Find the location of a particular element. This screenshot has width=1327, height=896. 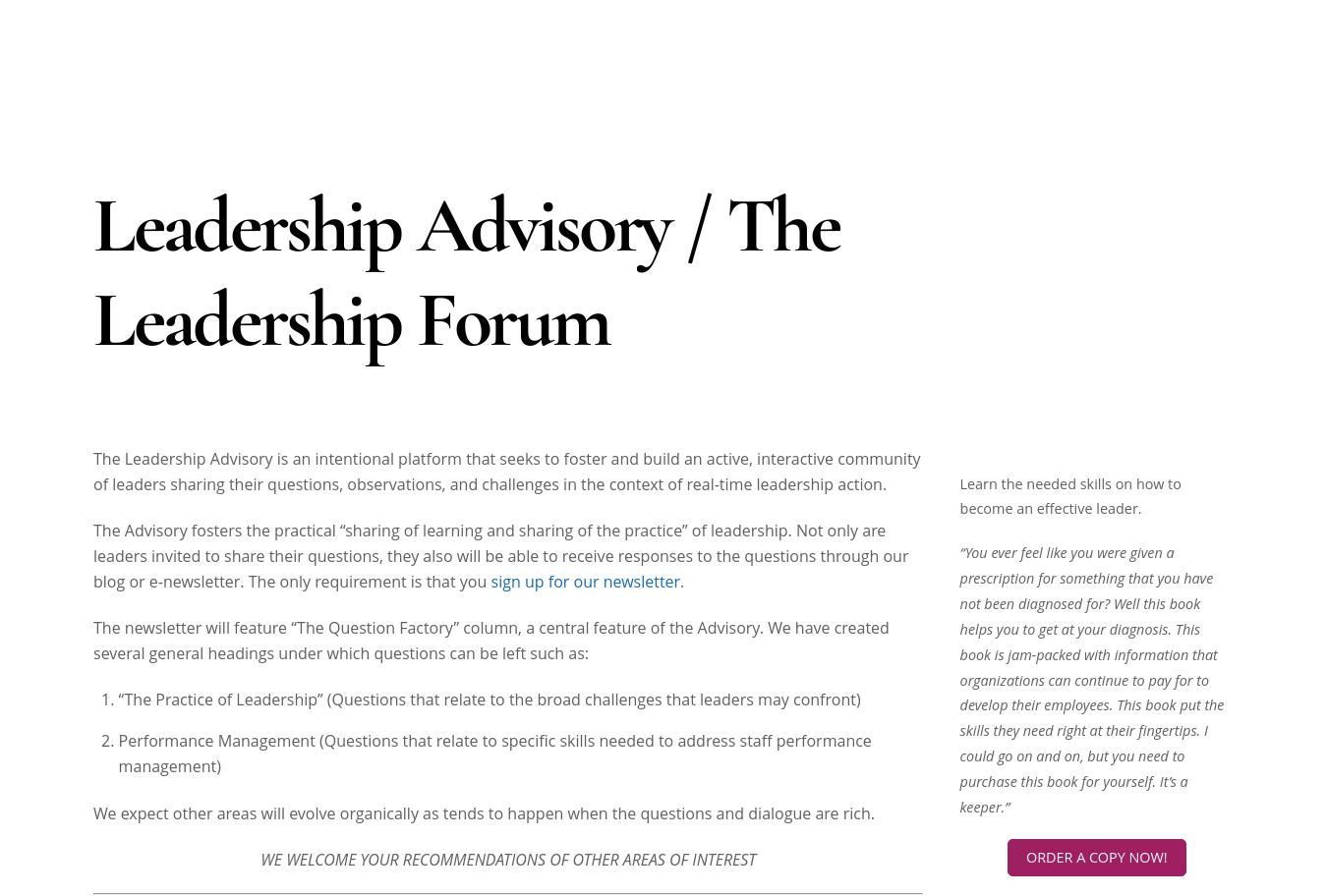

'Aloha,' is located at coordinates (115, 845).